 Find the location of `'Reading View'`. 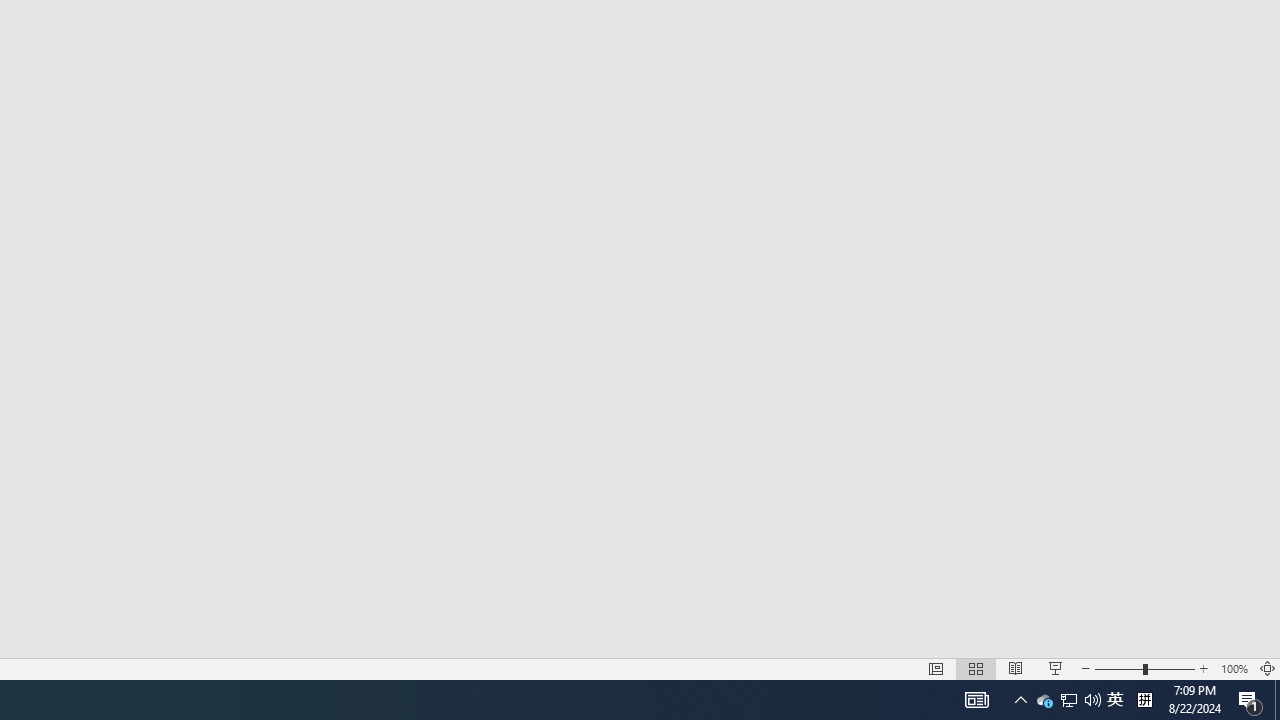

'Reading View' is located at coordinates (1015, 669).